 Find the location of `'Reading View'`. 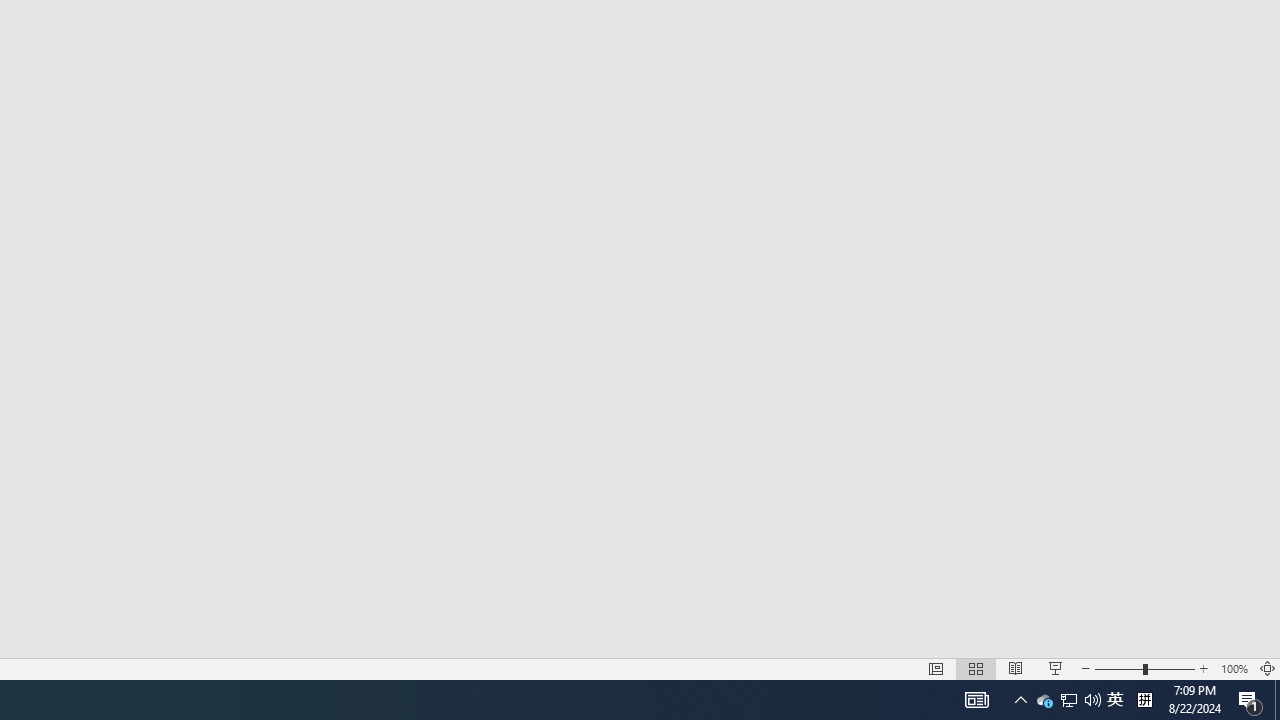

'Reading View' is located at coordinates (1015, 669).